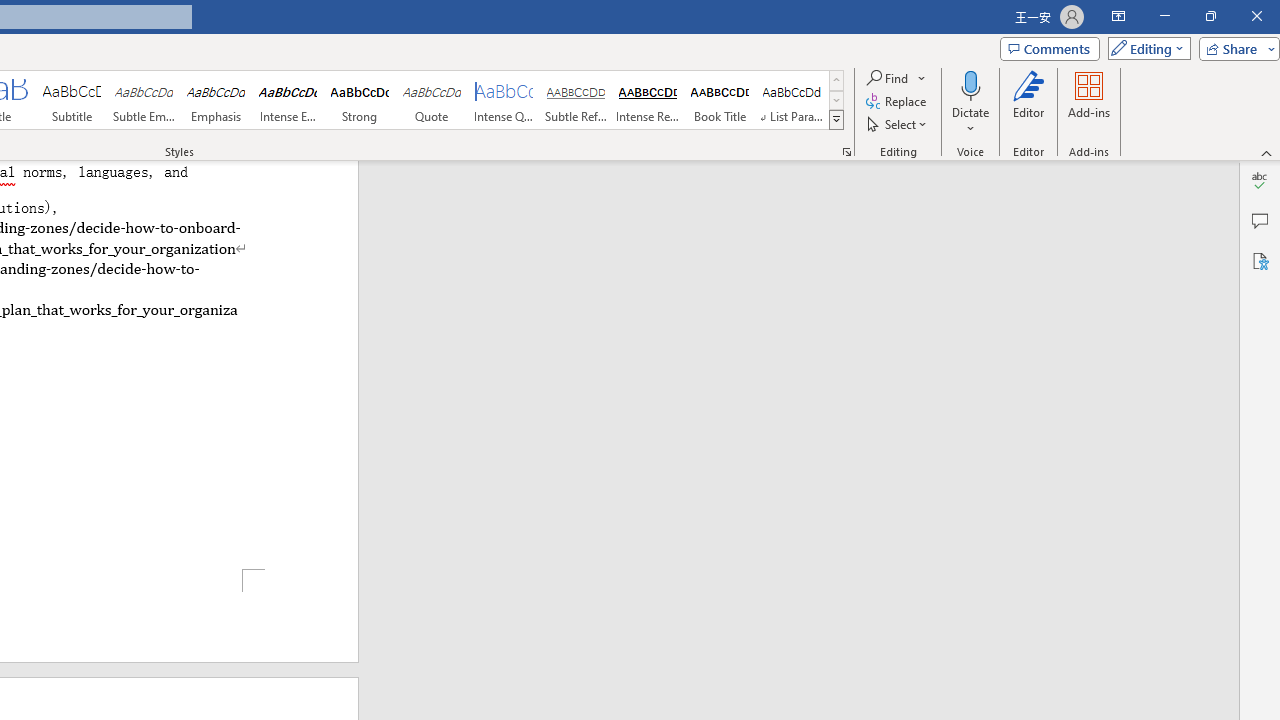 The height and width of the screenshot is (720, 1280). I want to click on 'Row up', so click(836, 79).